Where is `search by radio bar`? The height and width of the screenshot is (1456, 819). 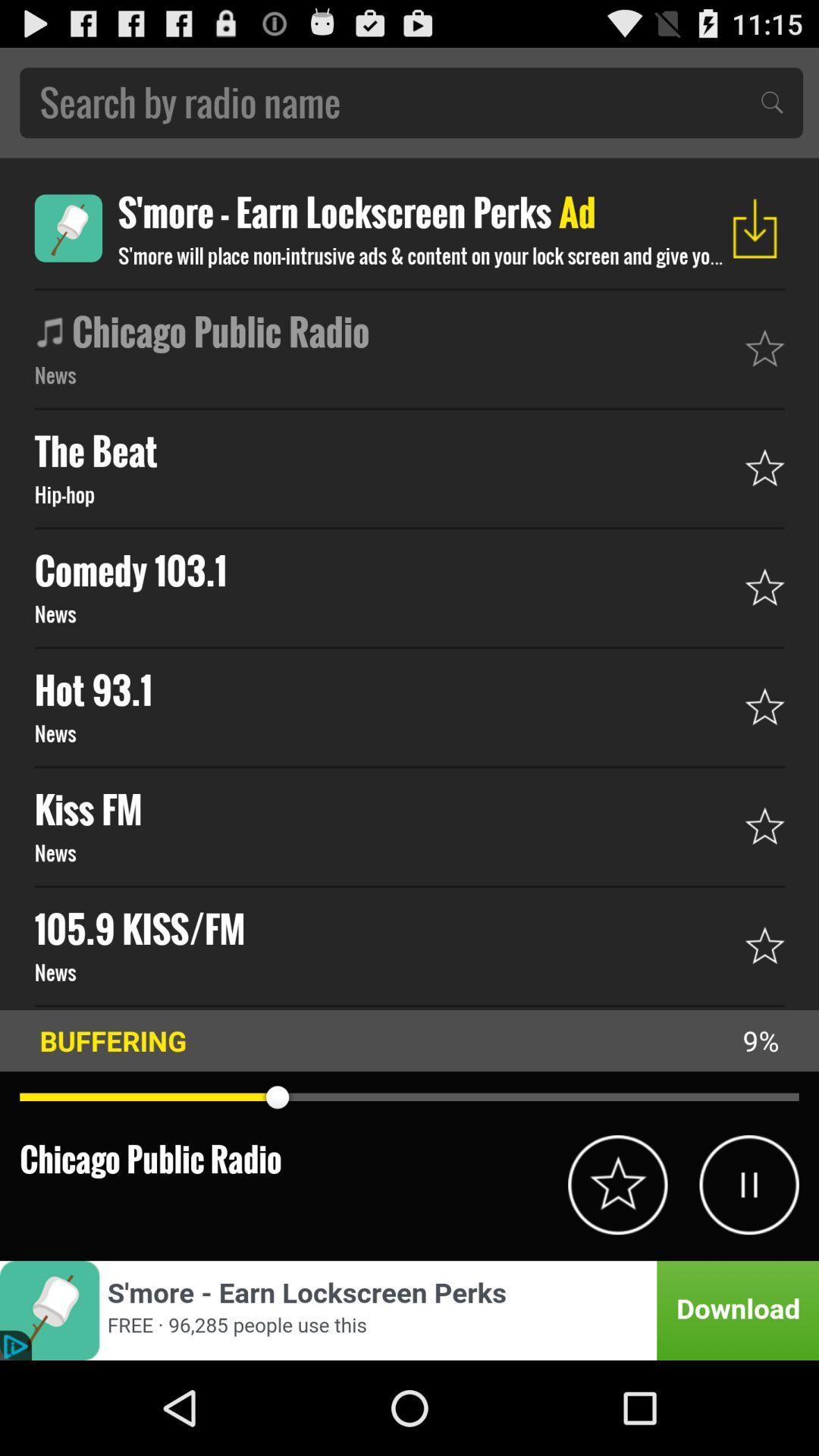
search by radio bar is located at coordinates (411, 102).